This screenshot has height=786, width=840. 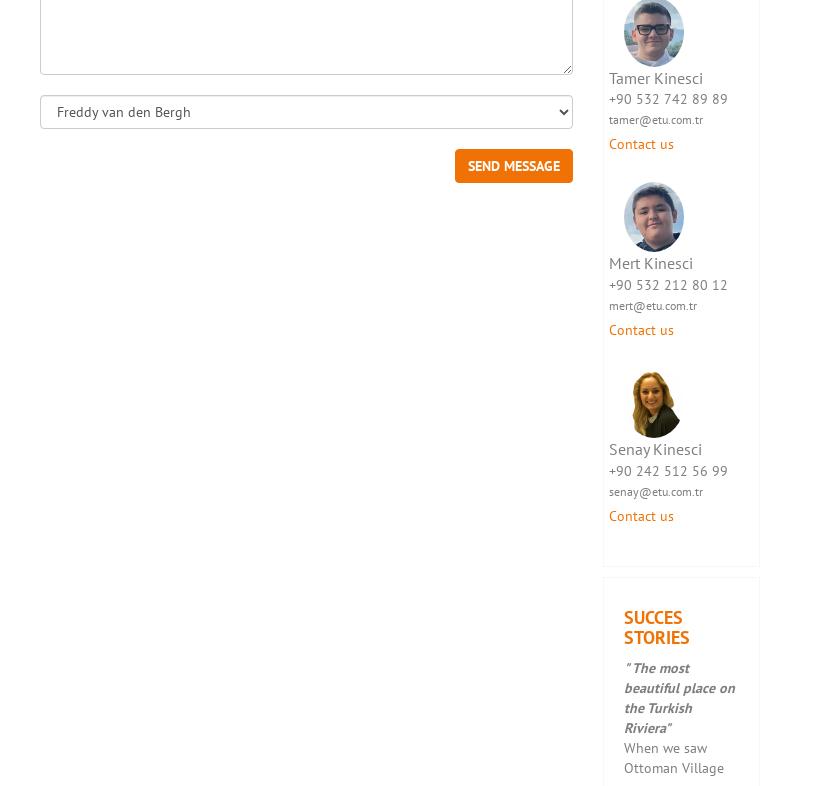 I want to click on '+90 532 212 80 12', so click(x=667, y=285).